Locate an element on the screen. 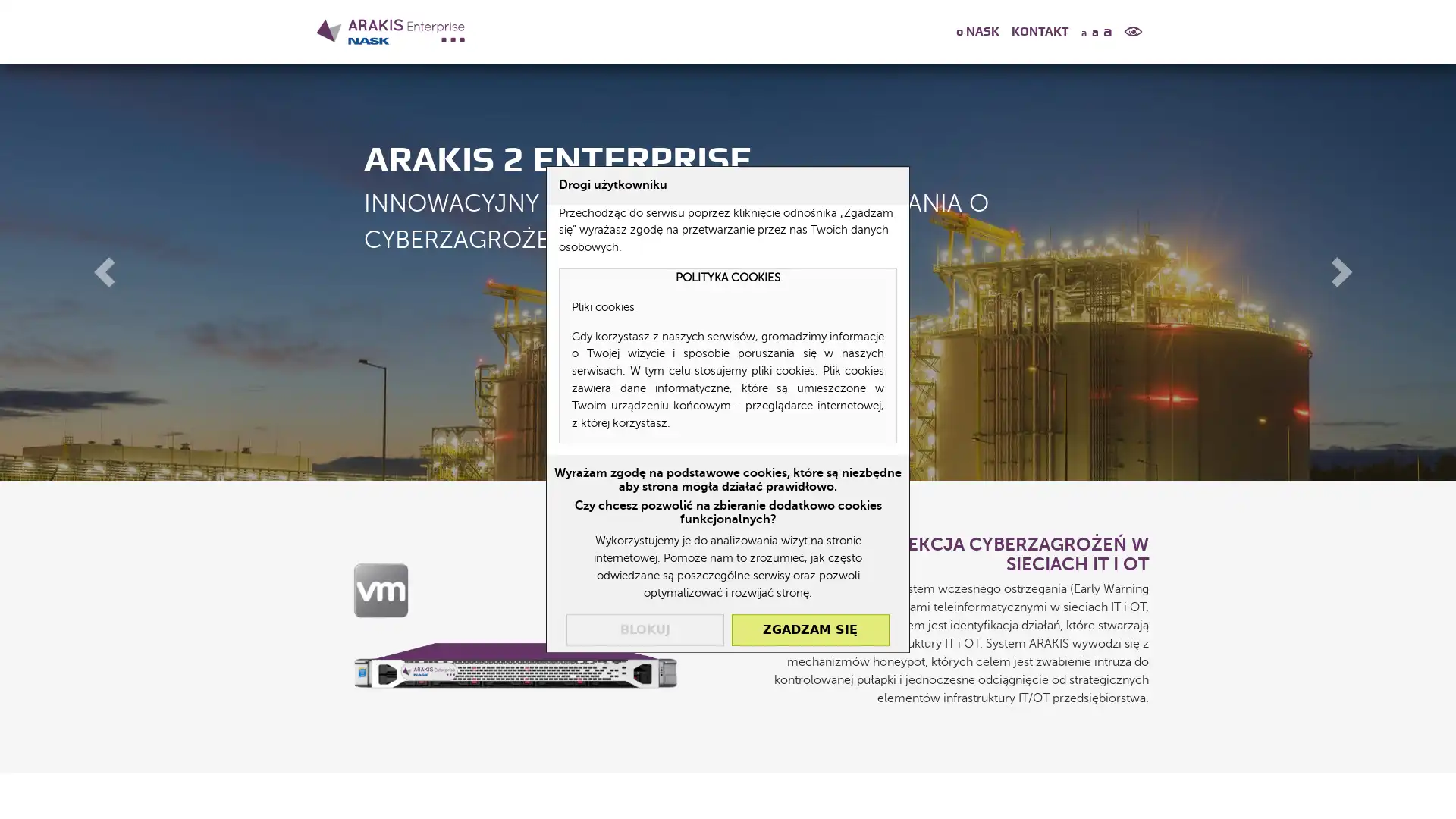 The image size is (1456, 819). a is located at coordinates (1081, 32).